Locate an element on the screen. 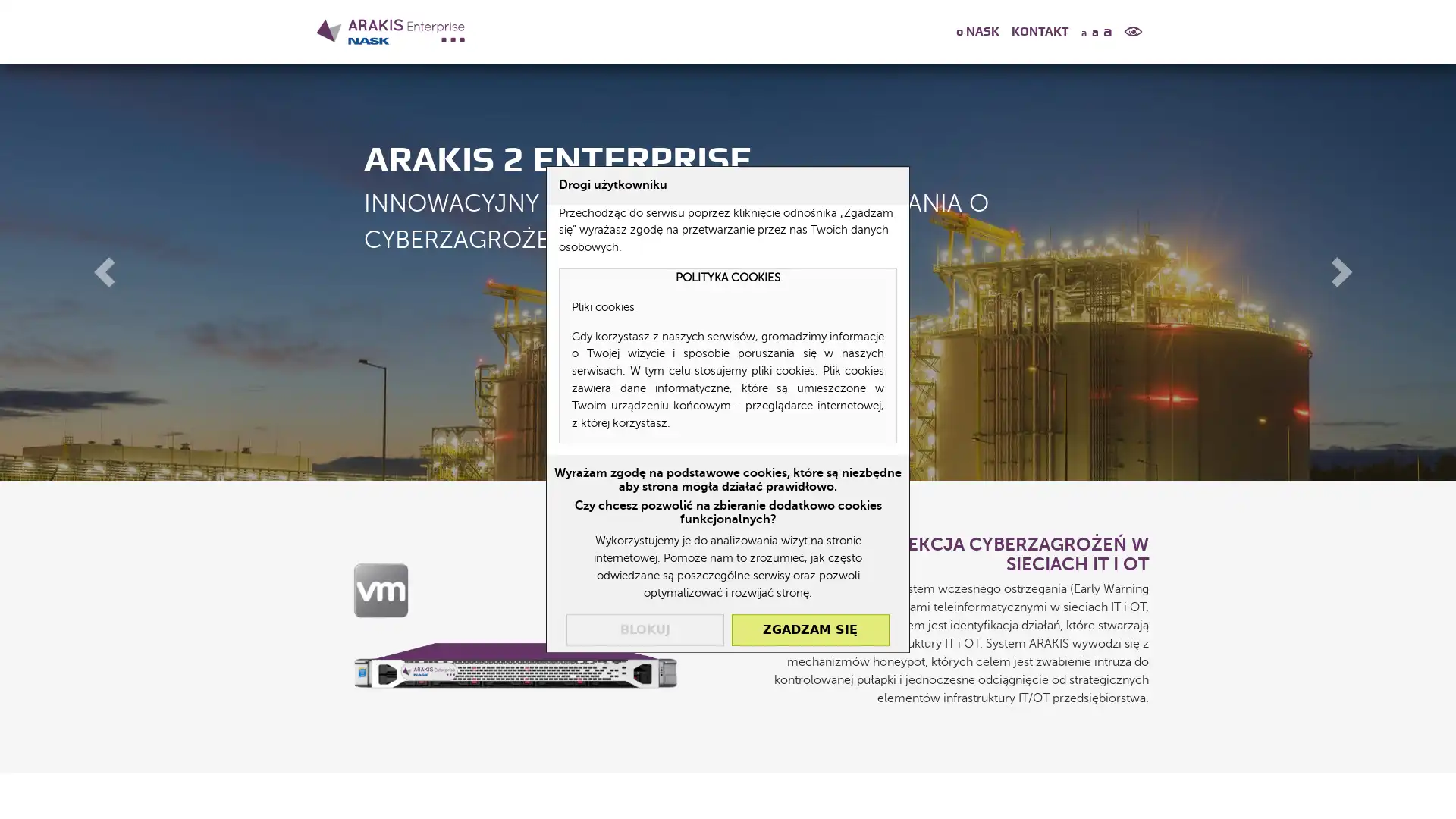 The image size is (1456, 819). a is located at coordinates (1081, 32).